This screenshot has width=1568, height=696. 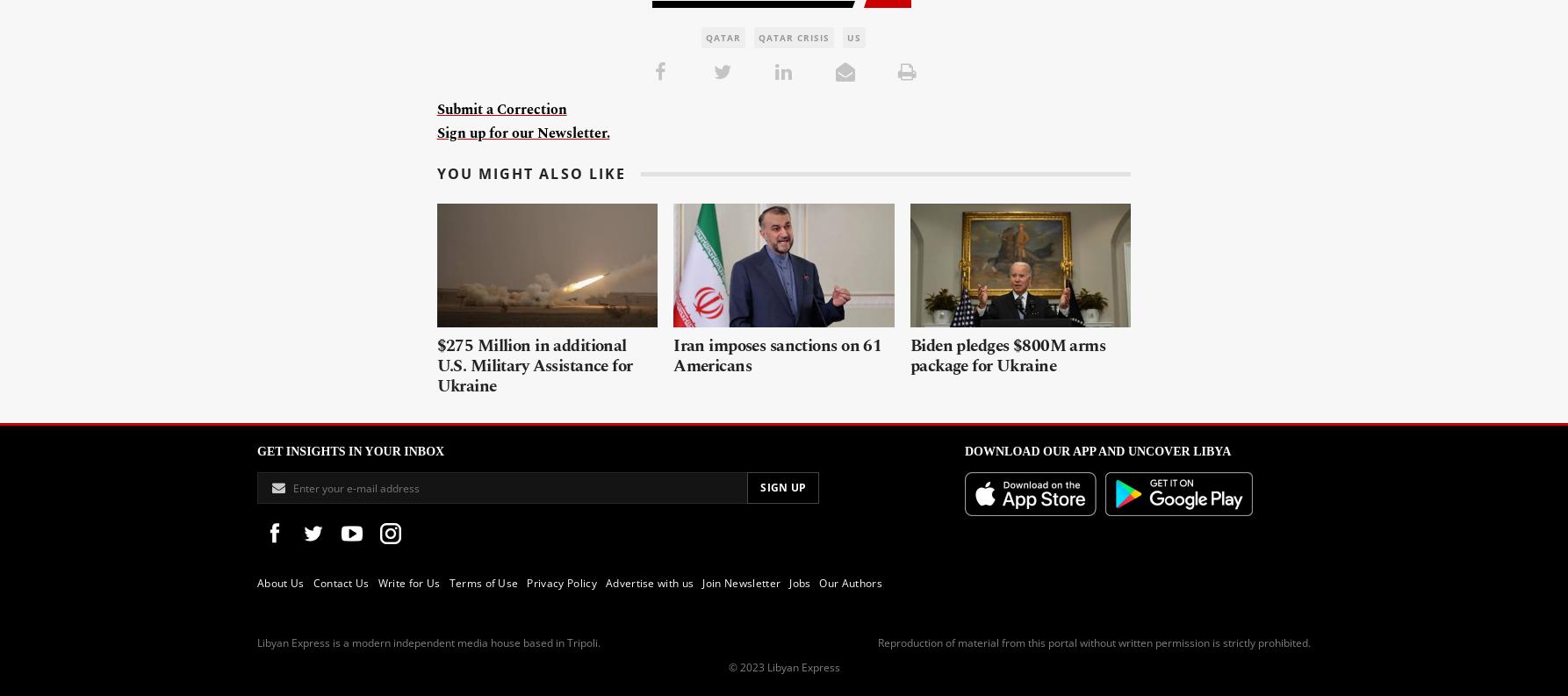 What do you see at coordinates (407, 583) in the screenshot?
I see `'Write for Us'` at bounding box center [407, 583].